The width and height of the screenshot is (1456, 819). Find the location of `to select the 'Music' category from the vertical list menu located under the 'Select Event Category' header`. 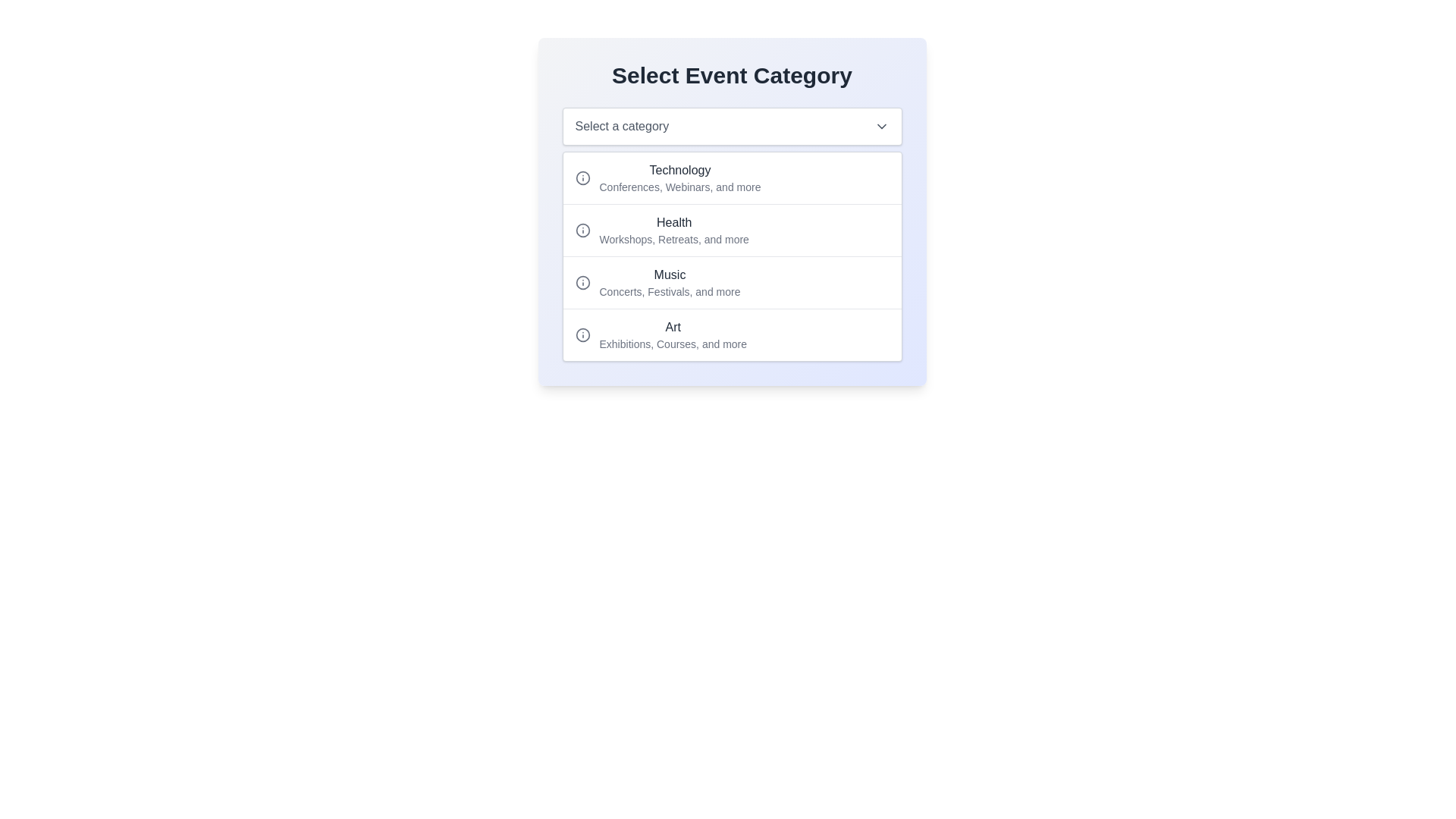

to select the 'Music' category from the vertical list menu located under the 'Select Event Category' header is located at coordinates (732, 282).